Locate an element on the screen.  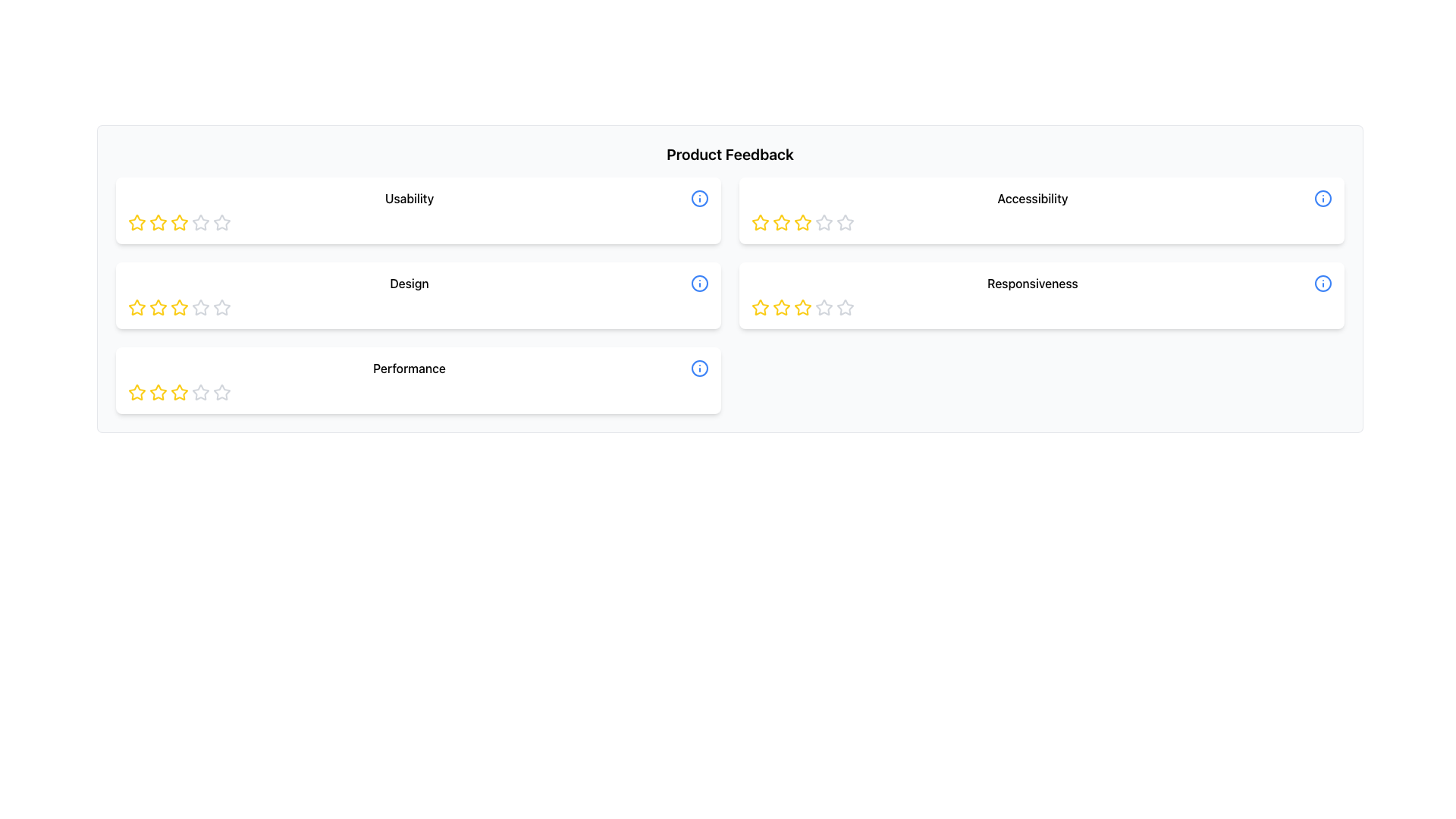
the text label indicating 'Responsiveness' located in the second column under 'Product Feedback' in the review section is located at coordinates (1040, 284).